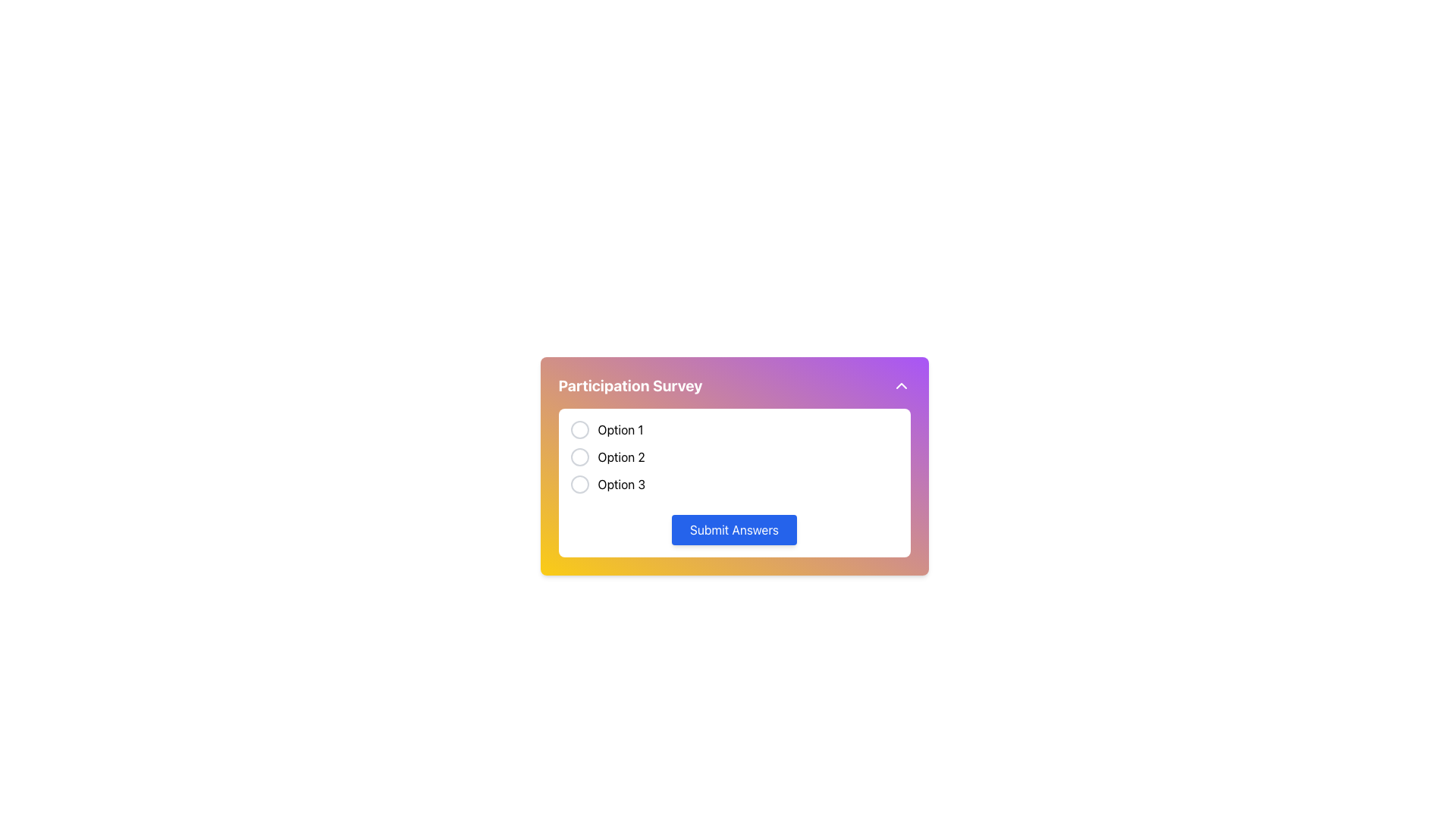 The height and width of the screenshot is (819, 1456). Describe the element at coordinates (579, 456) in the screenshot. I see `the radio button labeled 'Option 2' in the Participation Survey` at that location.